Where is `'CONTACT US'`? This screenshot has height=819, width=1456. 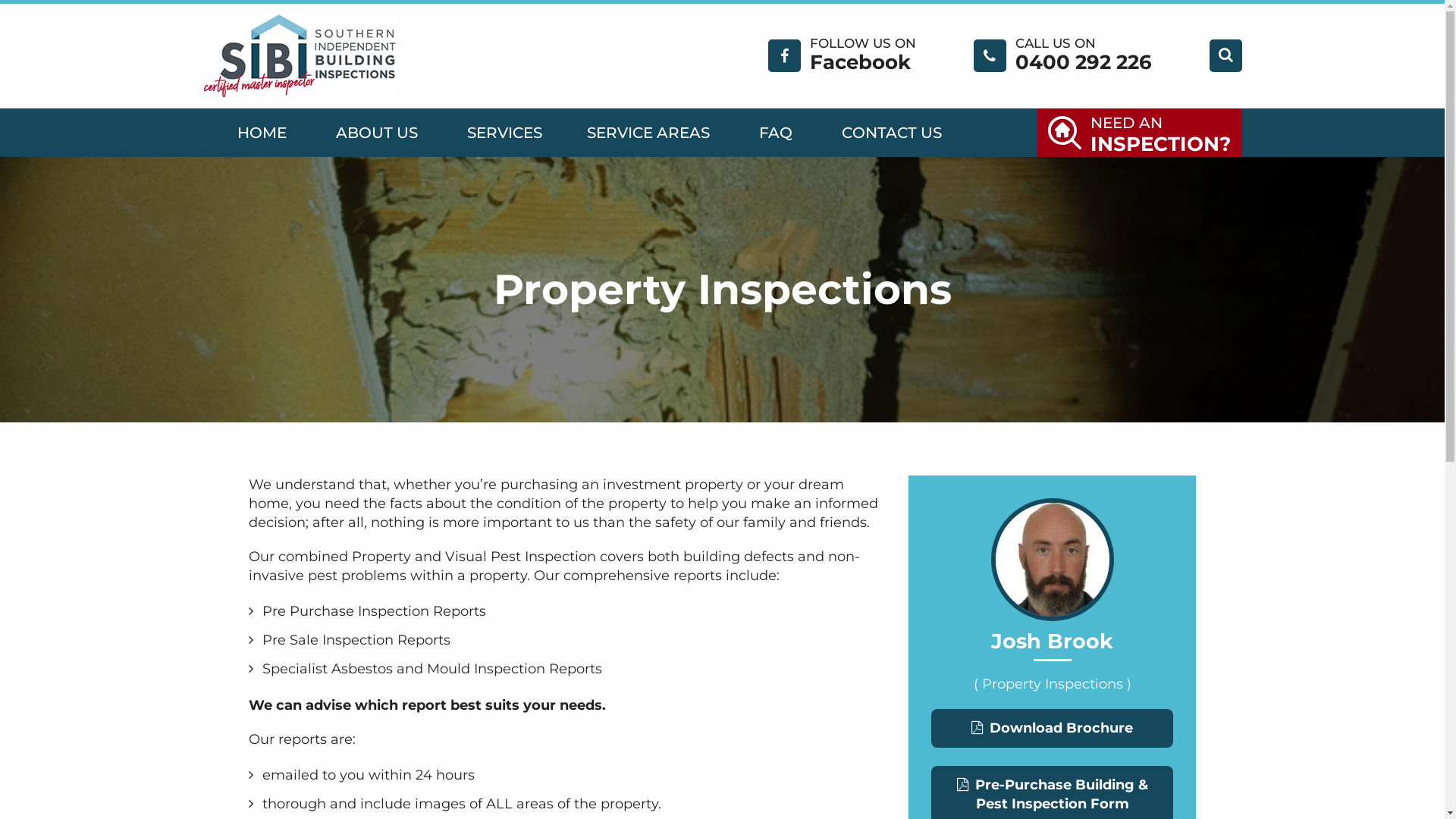
'CONTACT US' is located at coordinates (892, 131).